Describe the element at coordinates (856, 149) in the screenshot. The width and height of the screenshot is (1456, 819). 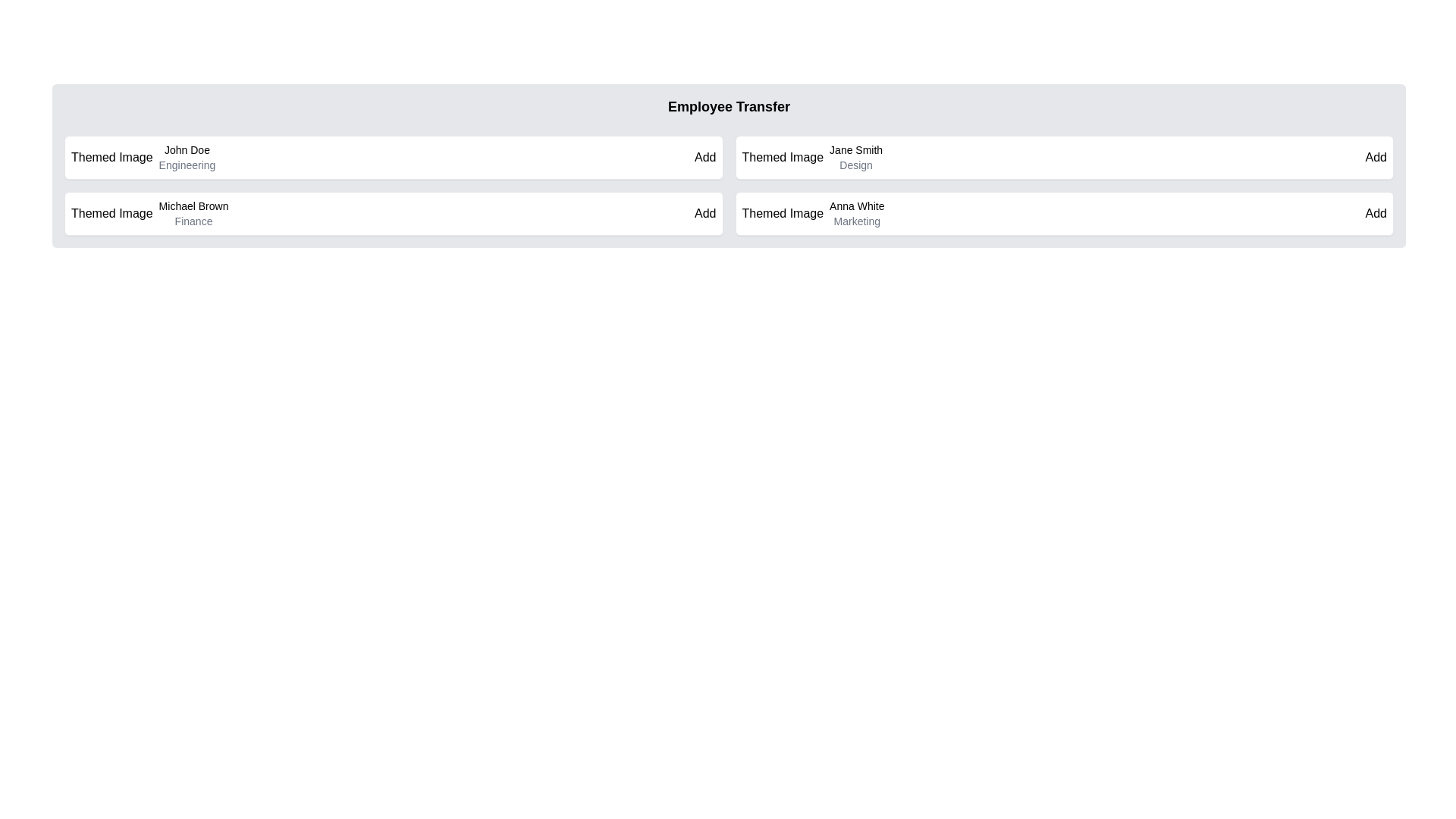
I see `the text label displaying 'Jane Smith' in the Employee Transfer interface, located in the right section under the profile label` at that location.